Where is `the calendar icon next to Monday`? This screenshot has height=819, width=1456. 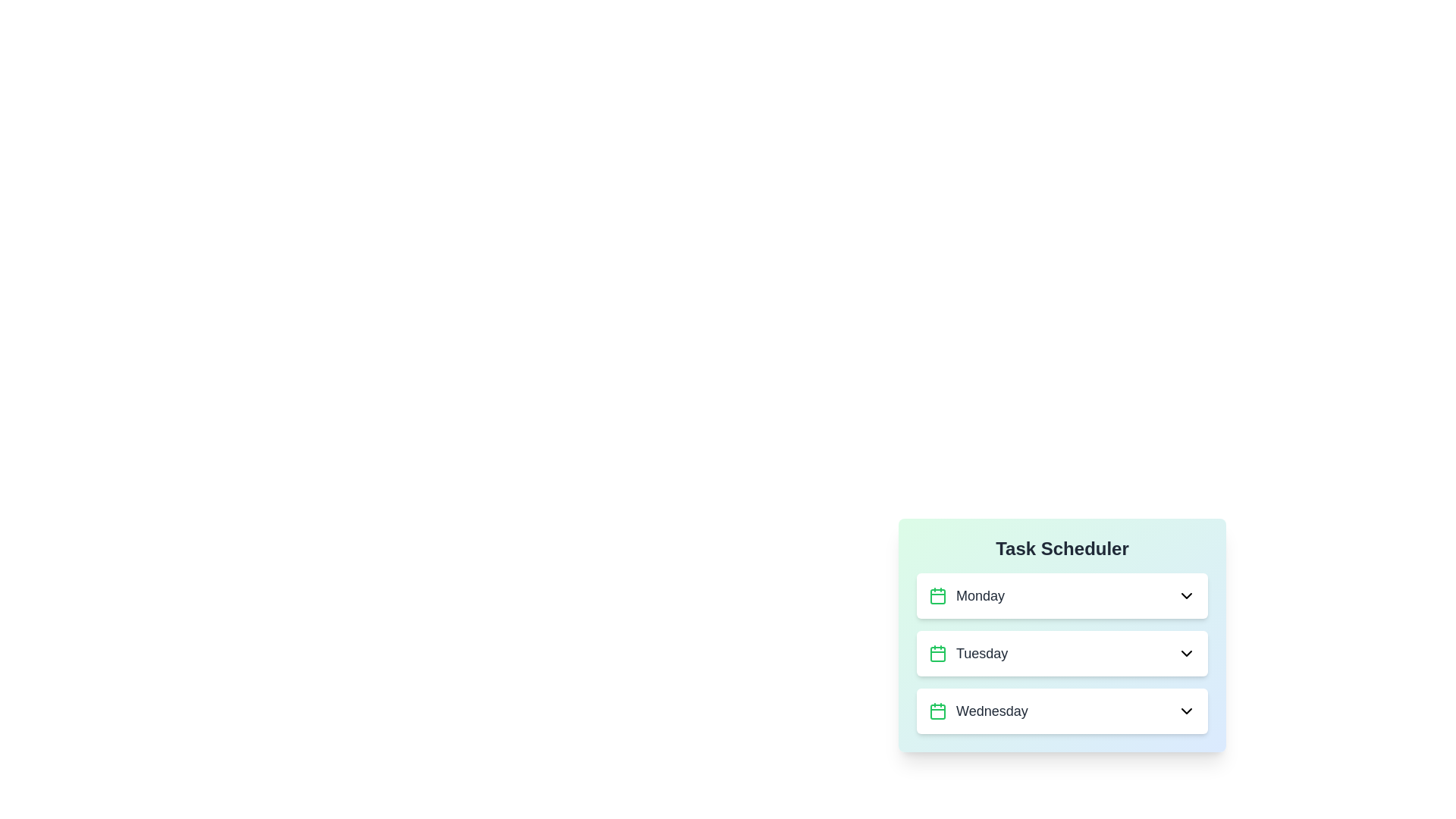 the calendar icon next to Monday is located at coordinates (937, 595).